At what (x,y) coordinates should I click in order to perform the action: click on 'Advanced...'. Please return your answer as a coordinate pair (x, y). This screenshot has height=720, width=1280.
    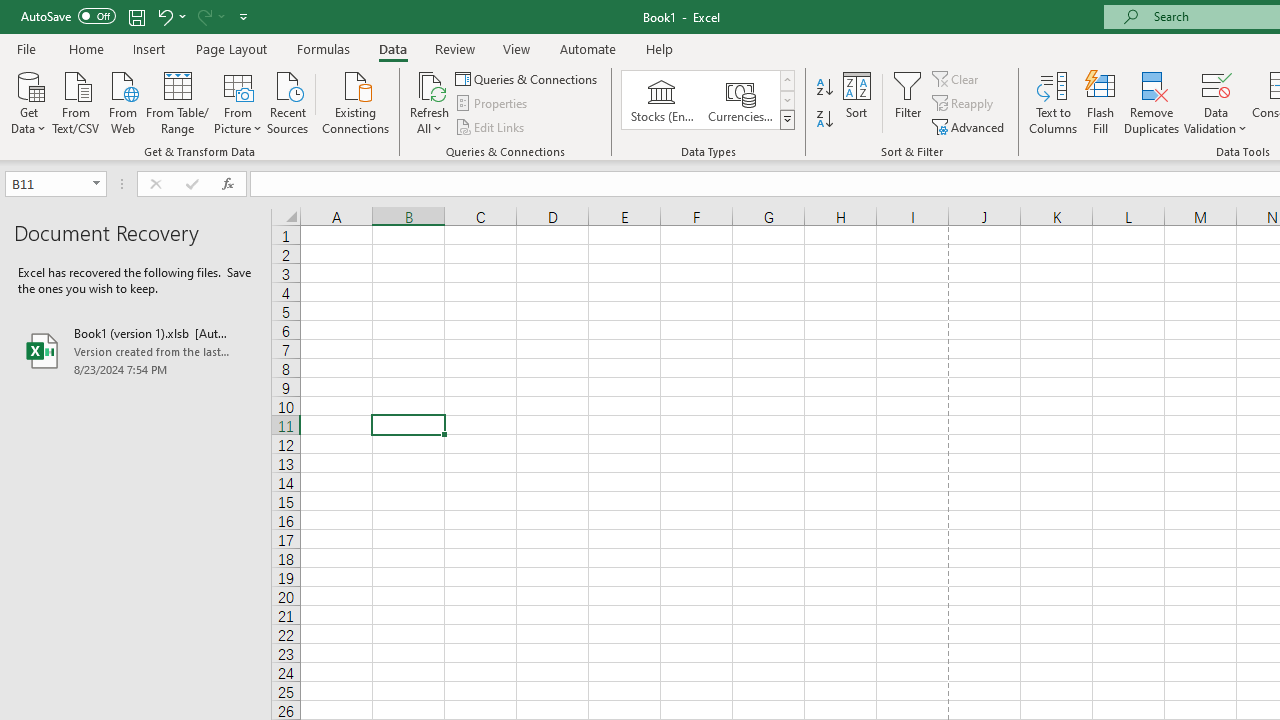
    Looking at the image, I should click on (970, 127).